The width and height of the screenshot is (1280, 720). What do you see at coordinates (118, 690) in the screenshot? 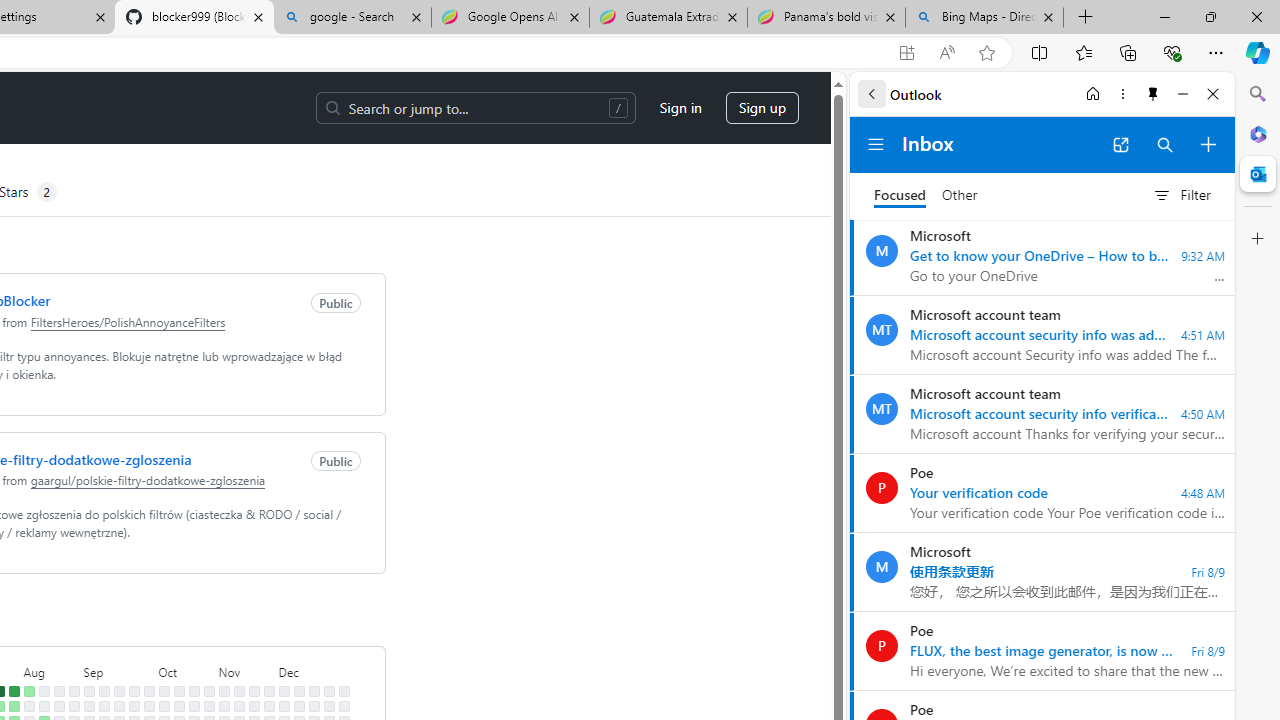
I see `'No contributions on September 15th.'` at bounding box center [118, 690].